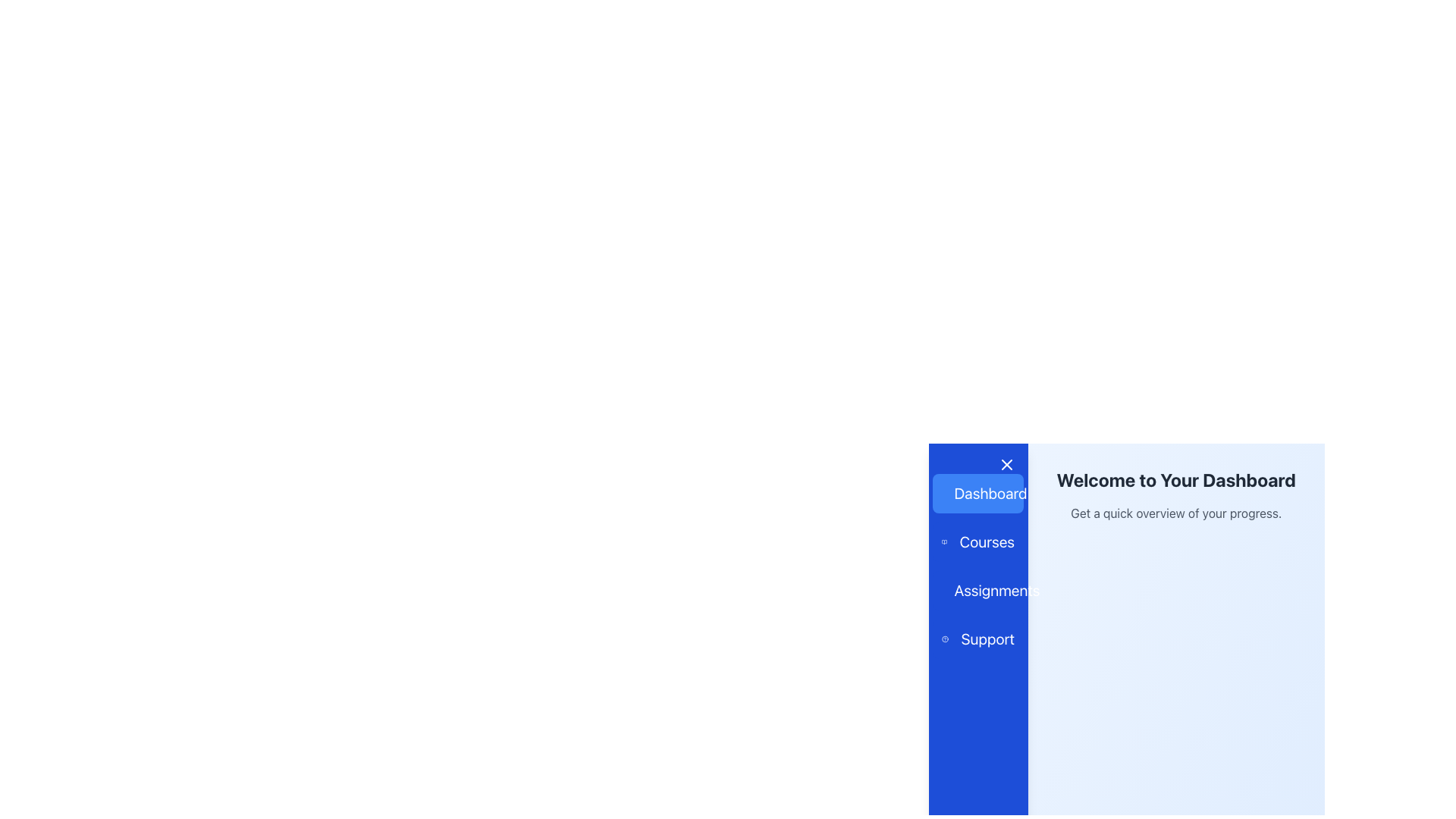  I want to click on the 'Dashboard' icon located in the left-side menu panel, positioned beside the 'Dashboard' label, so click(950, 493).